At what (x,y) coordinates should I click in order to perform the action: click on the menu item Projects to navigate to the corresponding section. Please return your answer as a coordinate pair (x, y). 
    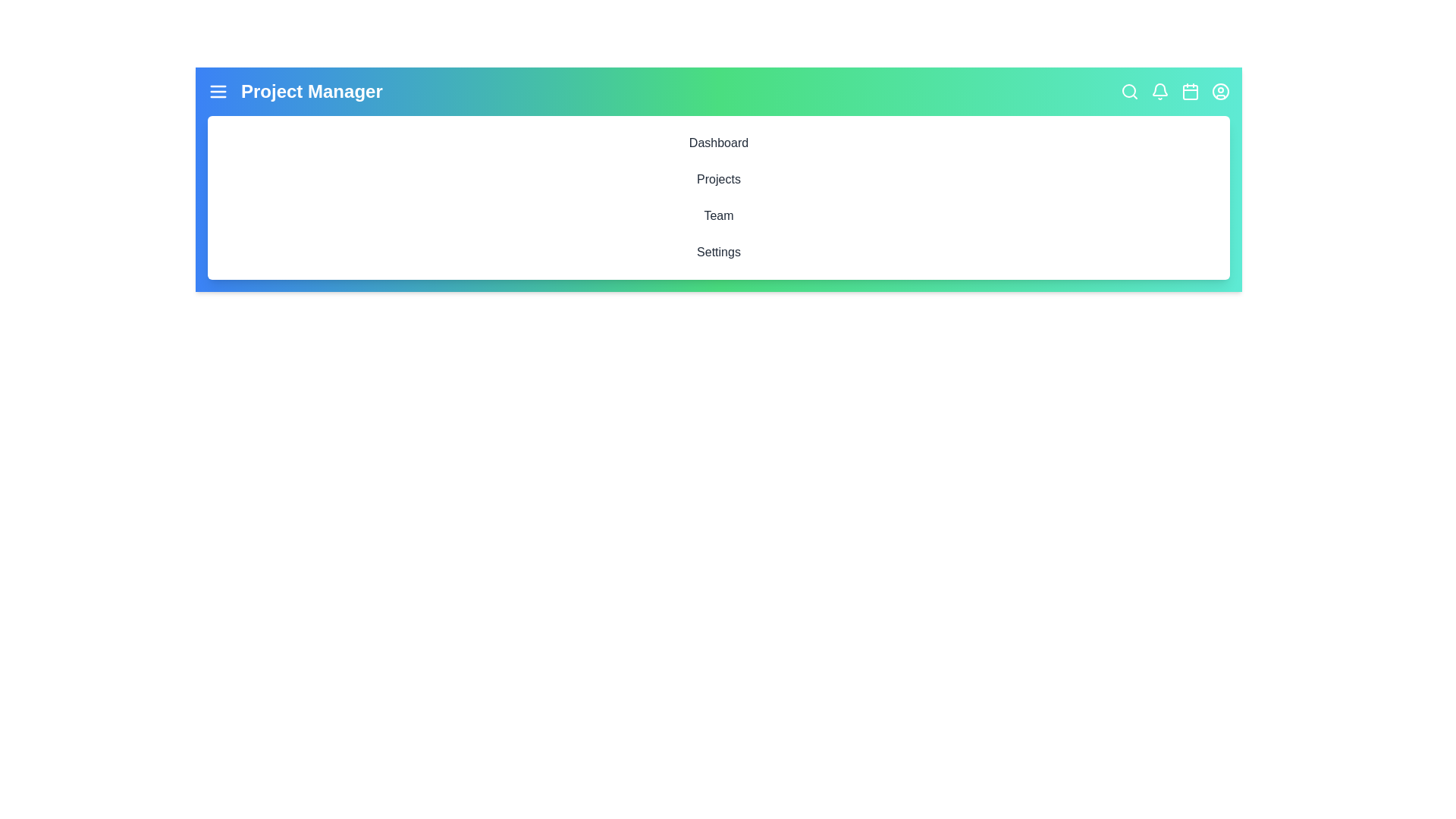
    Looking at the image, I should click on (718, 178).